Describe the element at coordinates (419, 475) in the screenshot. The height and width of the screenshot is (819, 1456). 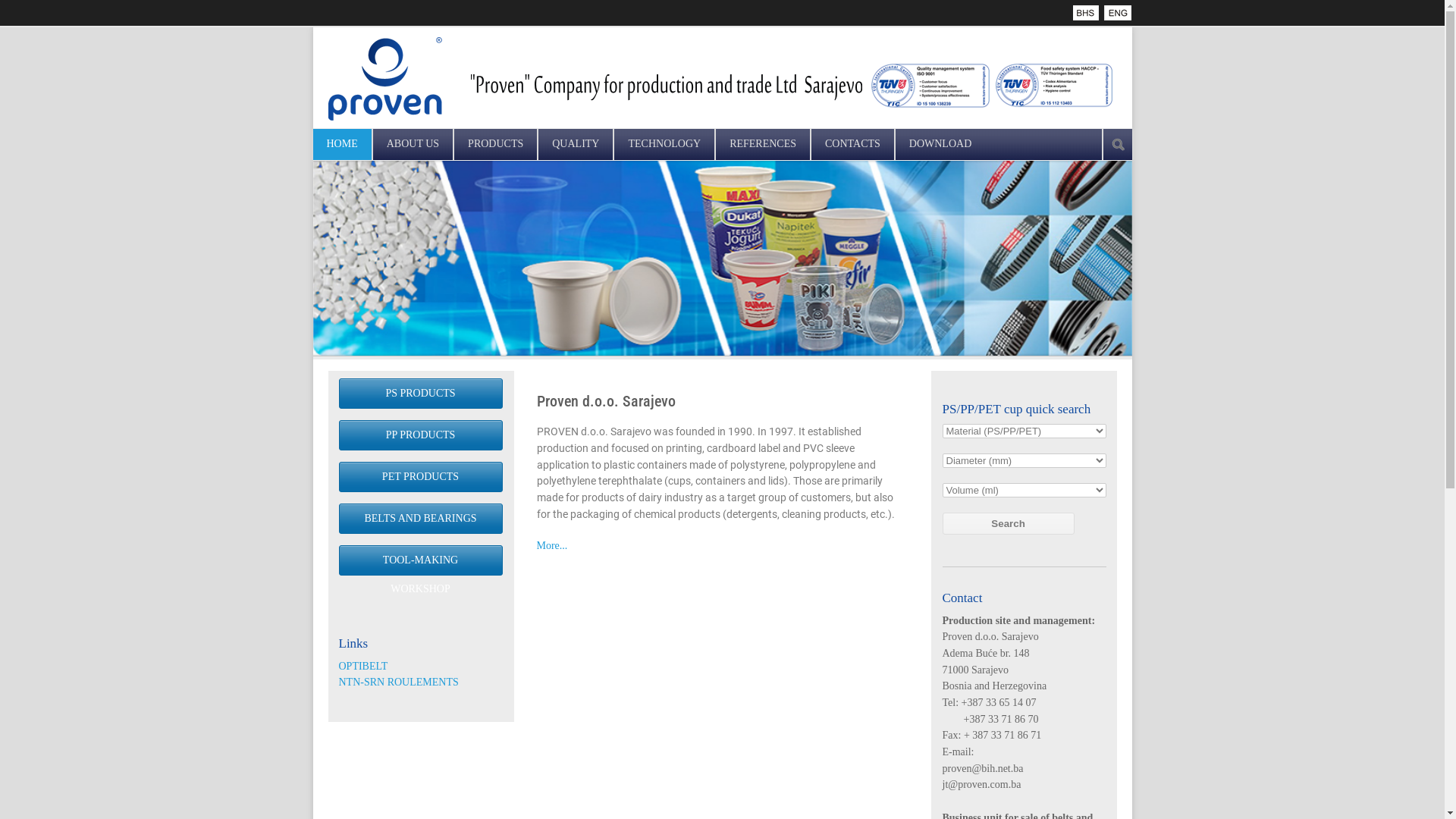
I see `'PET PRODUCTS'` at that location.